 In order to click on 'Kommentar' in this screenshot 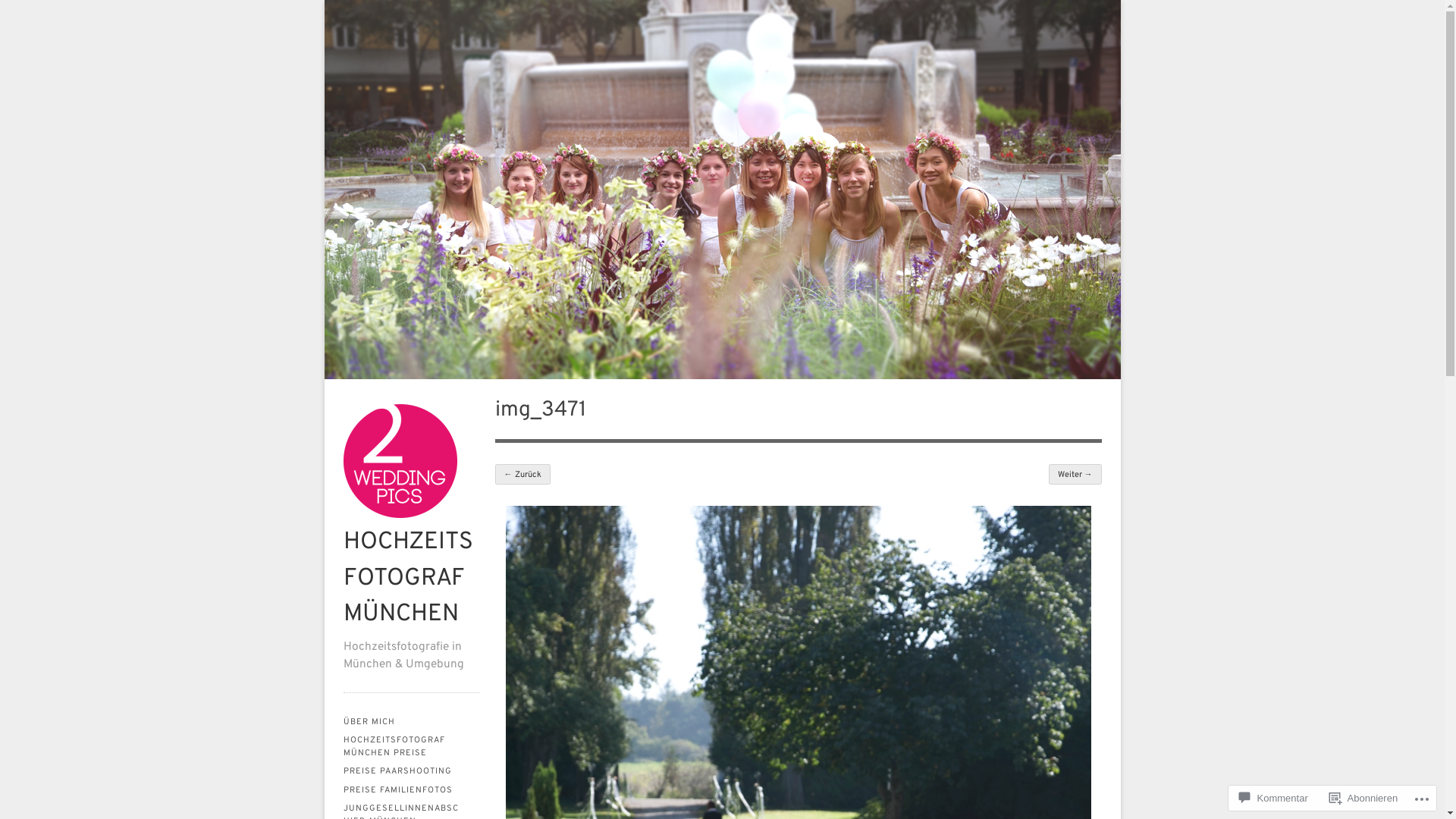, I will do `click(1273, 797)`.